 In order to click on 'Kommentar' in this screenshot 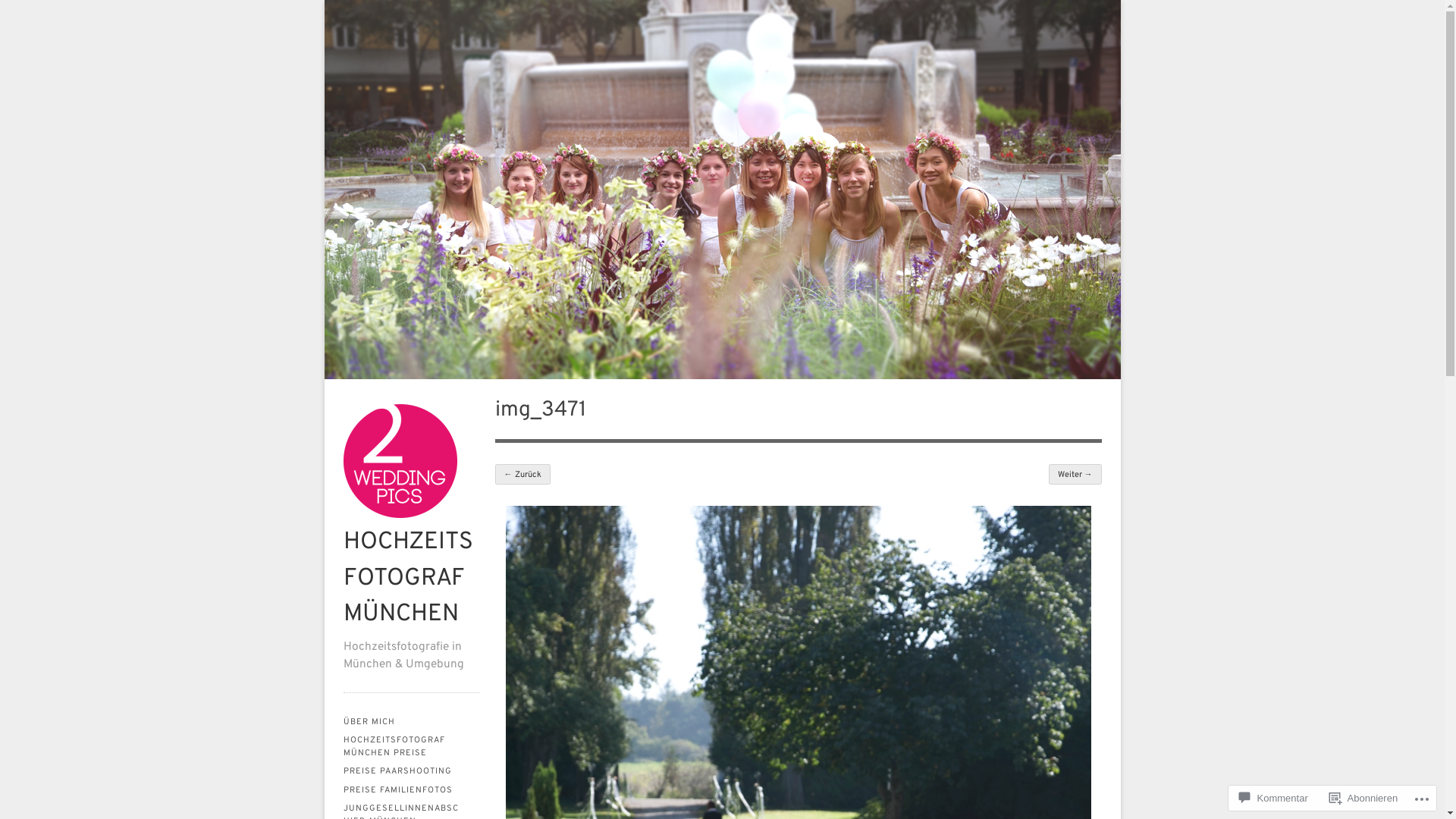, I will do `click(1273, 797)`.